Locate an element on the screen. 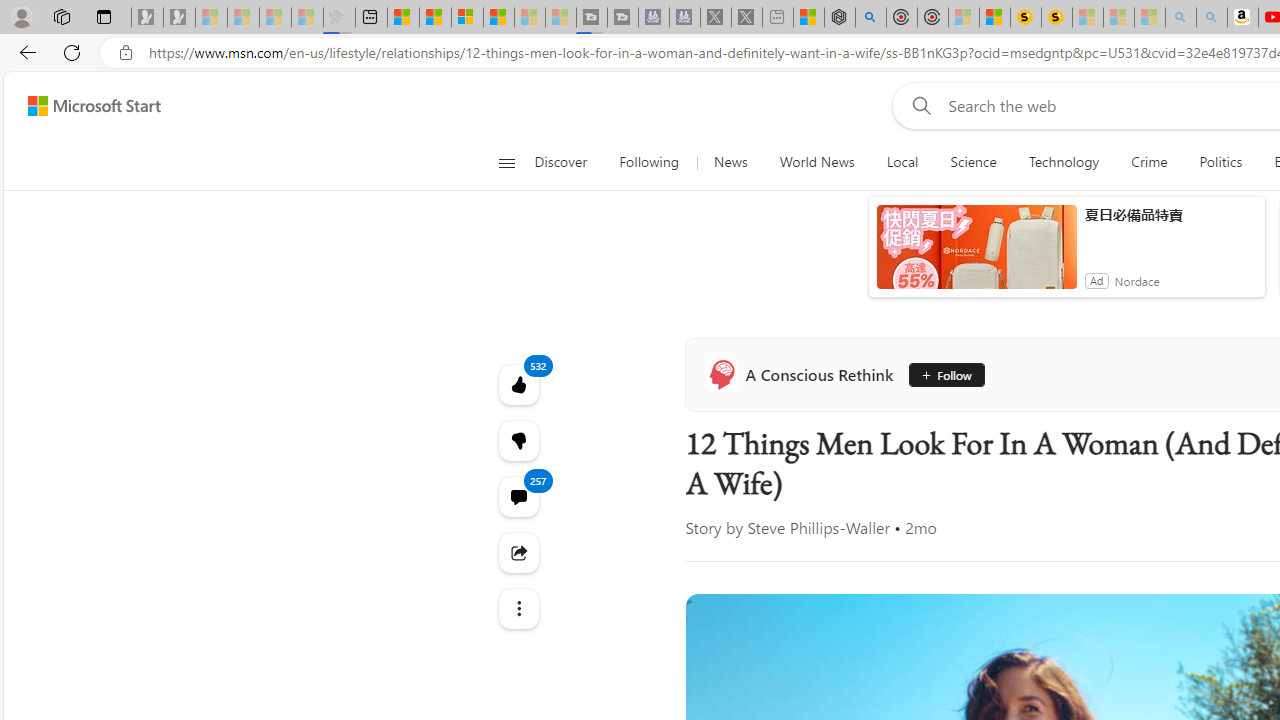 The width and height of the screenshot is (1280, 720). 'Dislike' is located at coordinates (518, 440).